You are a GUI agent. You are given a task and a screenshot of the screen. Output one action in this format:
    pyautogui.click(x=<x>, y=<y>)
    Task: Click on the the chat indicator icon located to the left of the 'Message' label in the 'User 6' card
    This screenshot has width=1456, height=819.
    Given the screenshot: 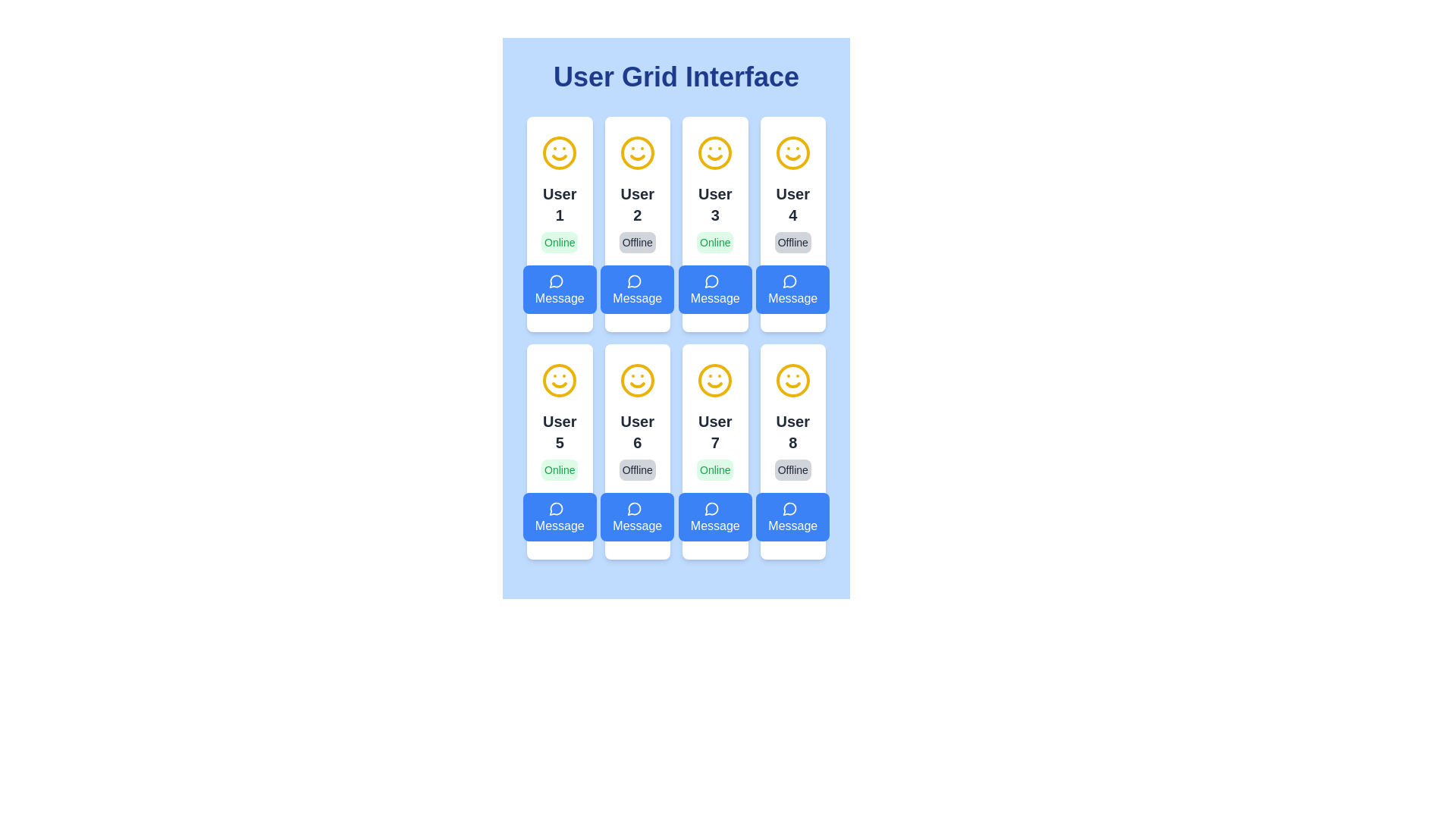 What is the action you would take?
    pyautogui.click(x=634, y=508)
    